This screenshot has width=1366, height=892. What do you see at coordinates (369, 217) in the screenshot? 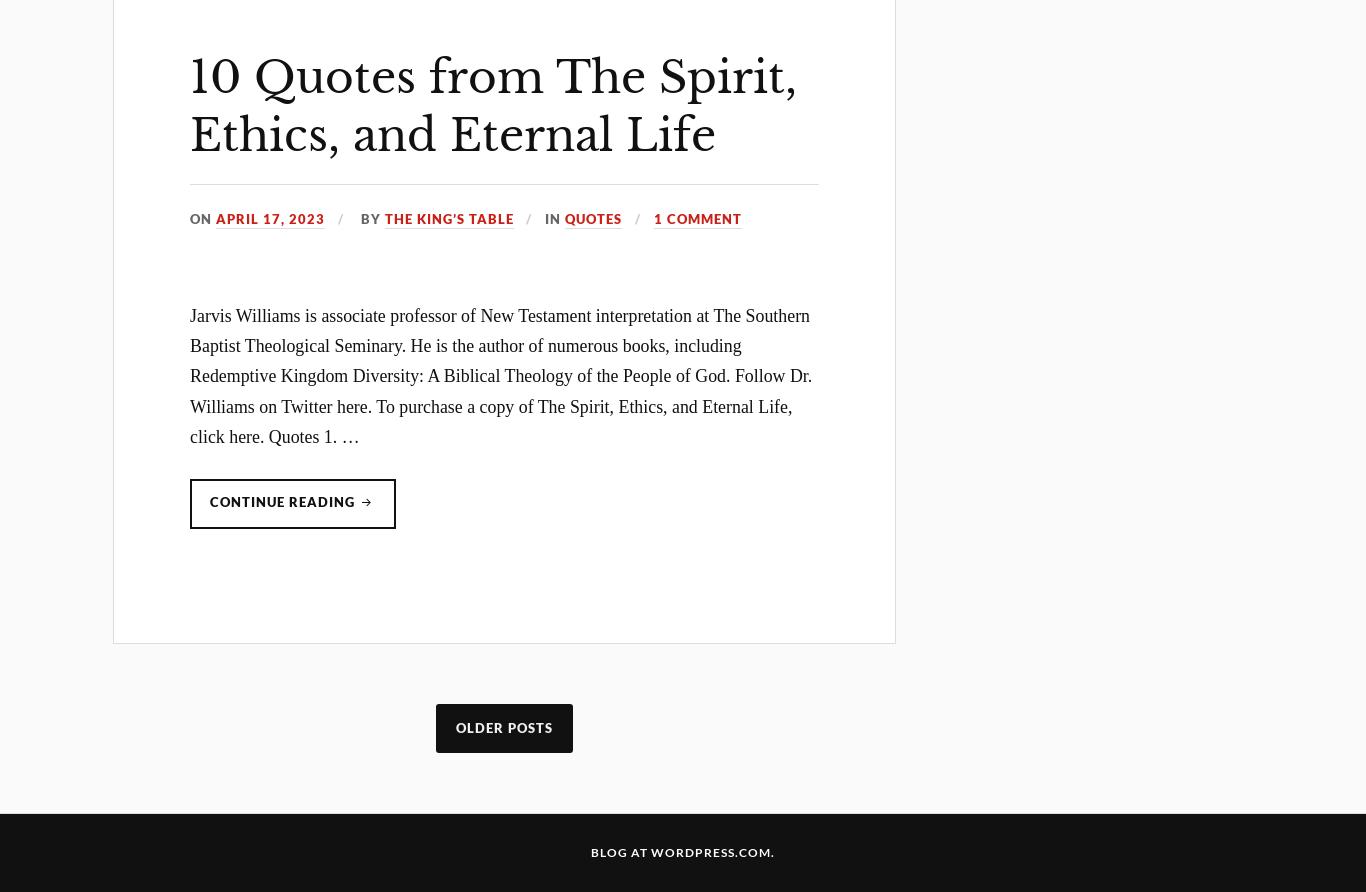
I see `'By'` at bounding box center [369, 217].